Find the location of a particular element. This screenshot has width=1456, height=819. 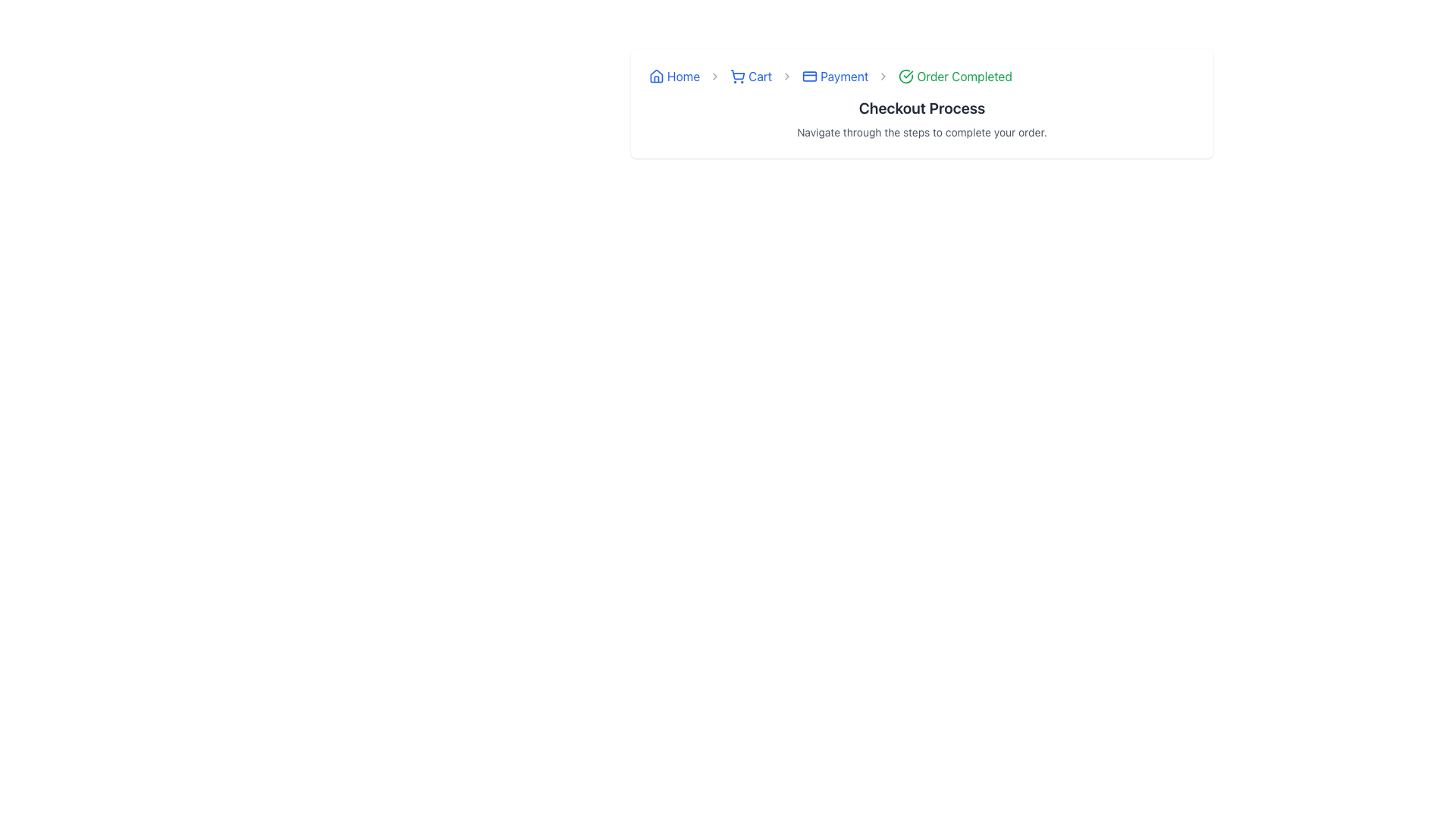

the right-facing chevron-shaped icon in the breadcrumb navigation, located between the 'Home' and 'Cart' labels is located at coordinates (714, 76).